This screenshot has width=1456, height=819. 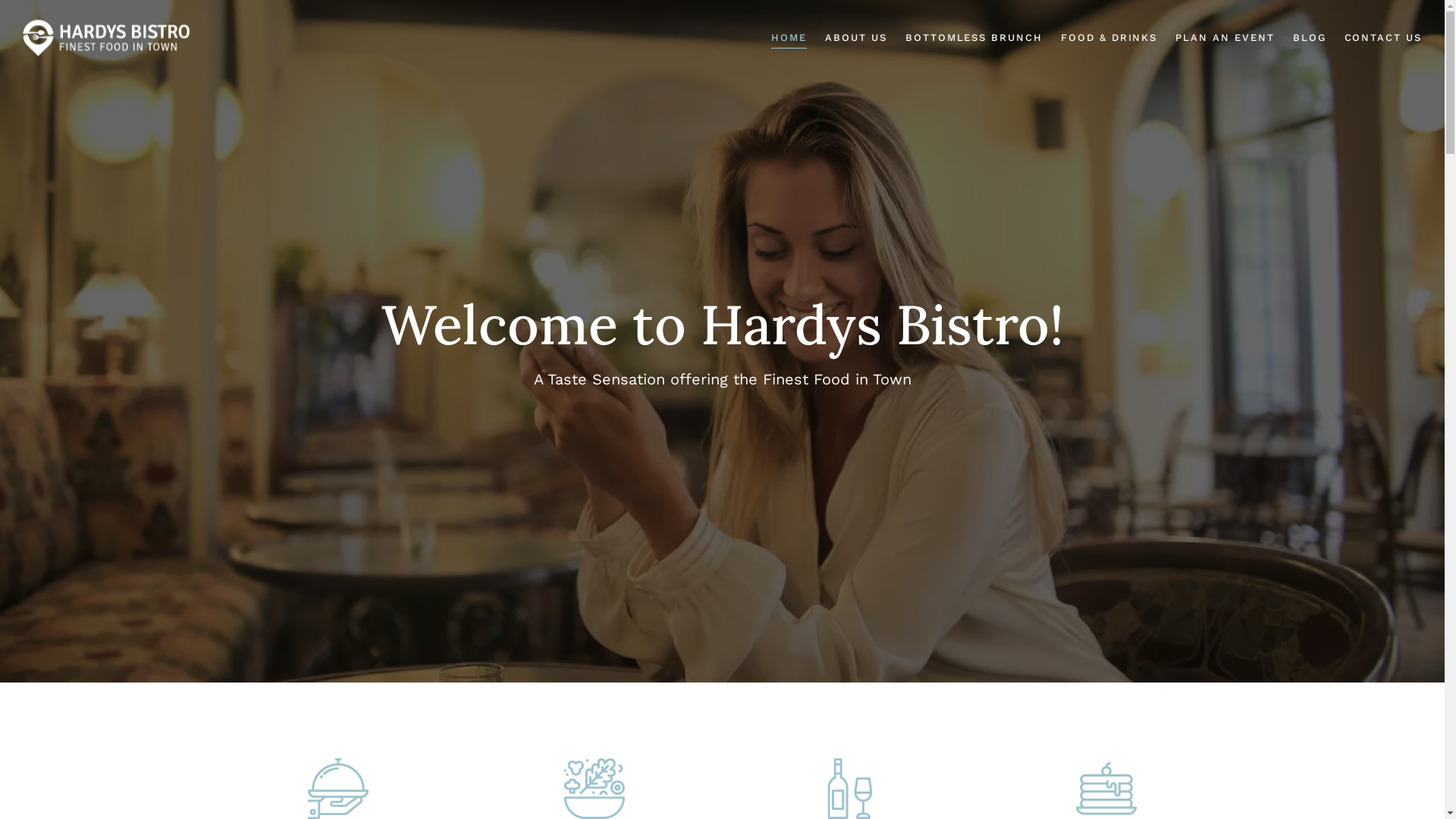 I want to click on 'CONTACT US', so click(x=1382, y=37).